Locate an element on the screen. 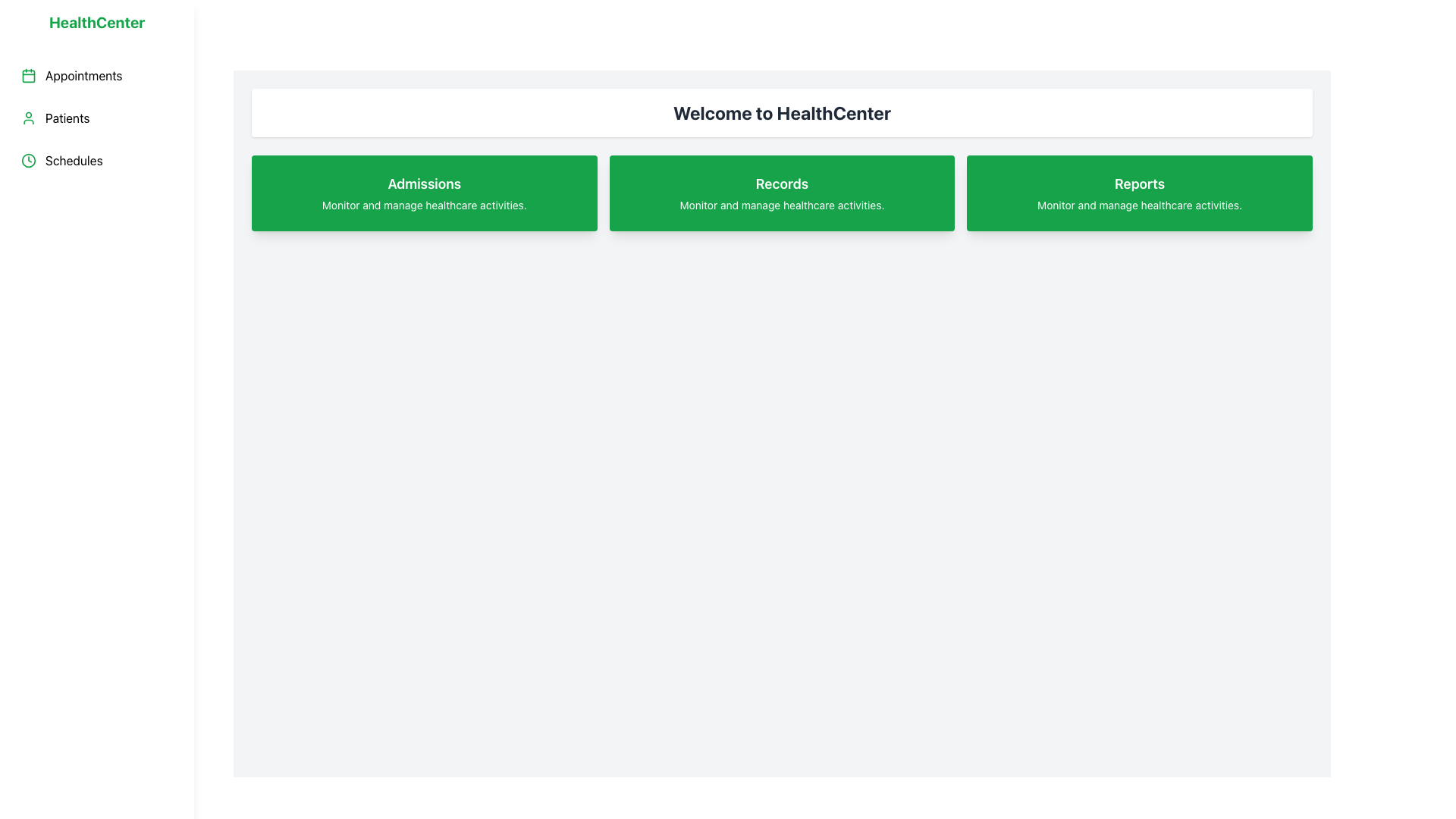 The image size is (1456, 819). the second button in the sidebar navigation panel is located at coordinates (96, 117).